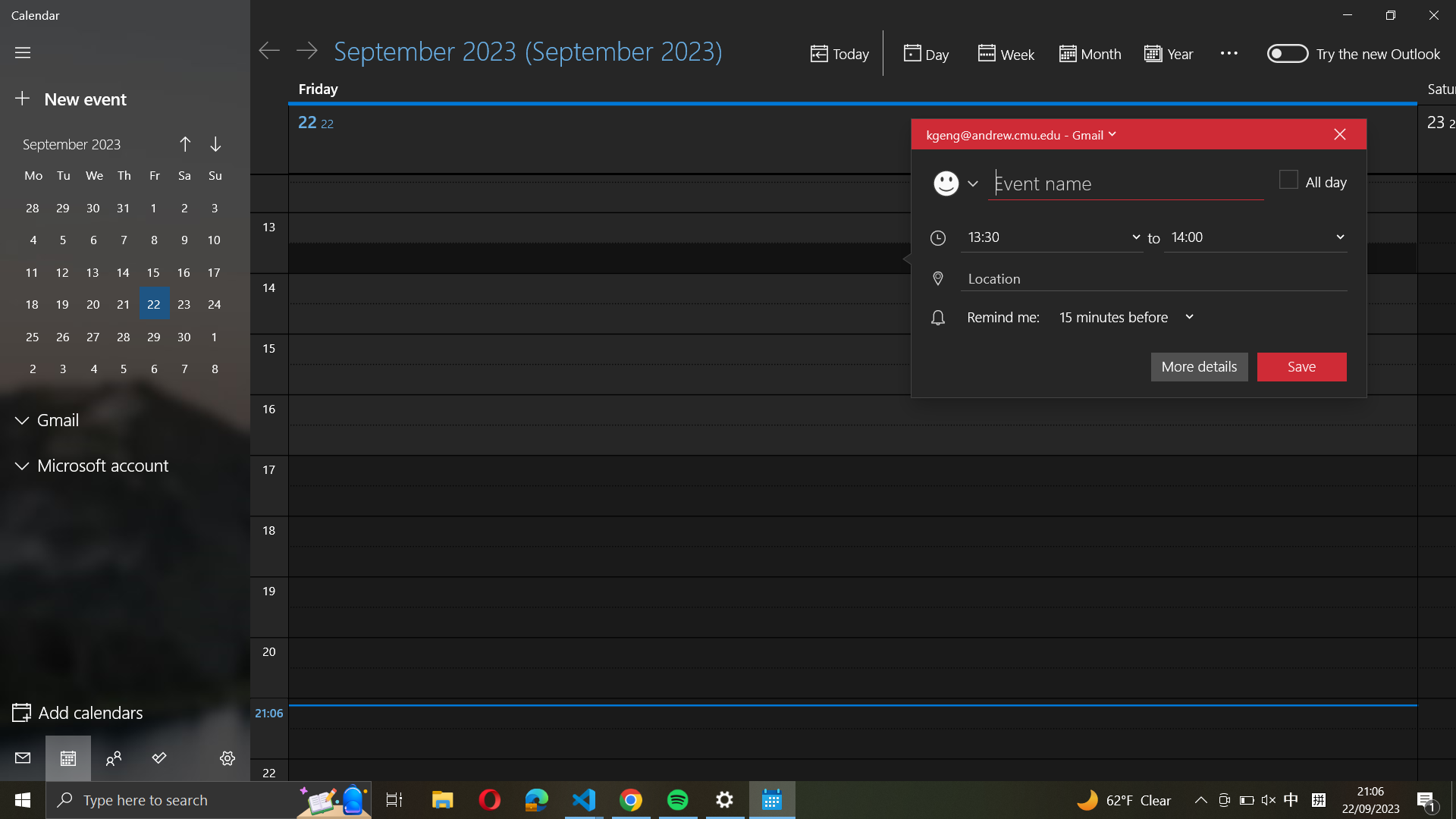 Image resolution: width=1456 pixels, height=819 pixels. What do you see at coordinates (1198, 365) in the screenshot?
I see `the "more details" button in the current event panel` at bounding box center [1198, 365].